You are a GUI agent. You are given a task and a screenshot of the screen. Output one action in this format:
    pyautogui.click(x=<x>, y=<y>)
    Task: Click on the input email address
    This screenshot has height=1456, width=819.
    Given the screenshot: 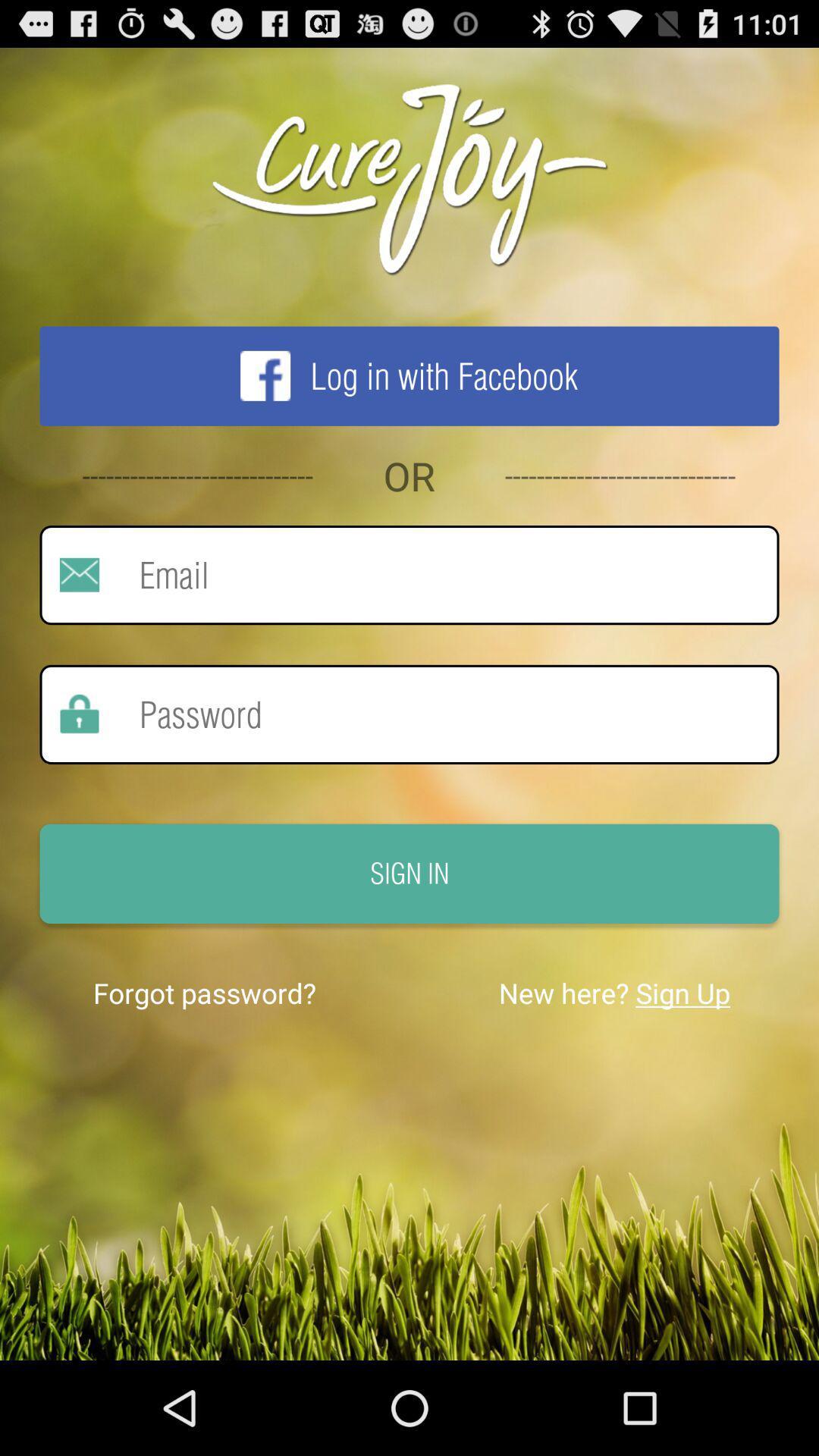 What is the action you would take?
    pyautogui.click(x=439, y=574)
    